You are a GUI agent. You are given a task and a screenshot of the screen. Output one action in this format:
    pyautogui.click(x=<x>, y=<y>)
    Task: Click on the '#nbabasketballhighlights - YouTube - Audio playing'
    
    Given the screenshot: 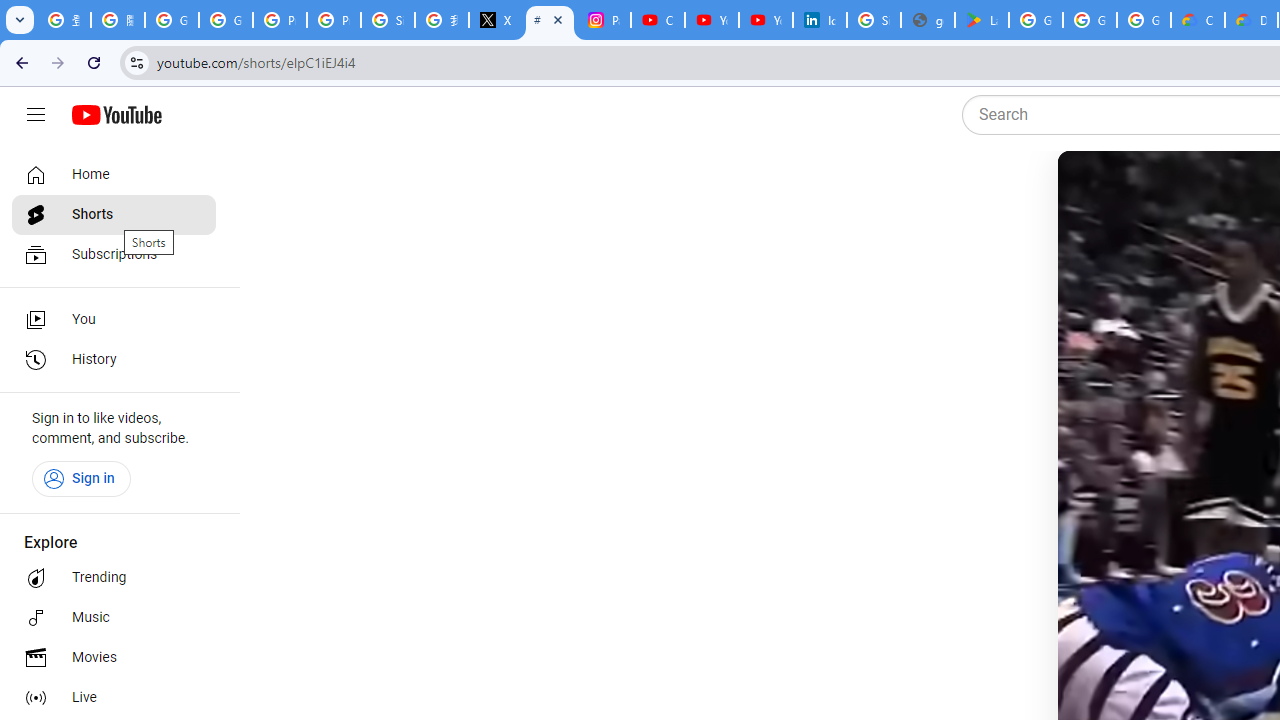 What is the action you would take?
    pyautogui.click(x=550, y=20)
    